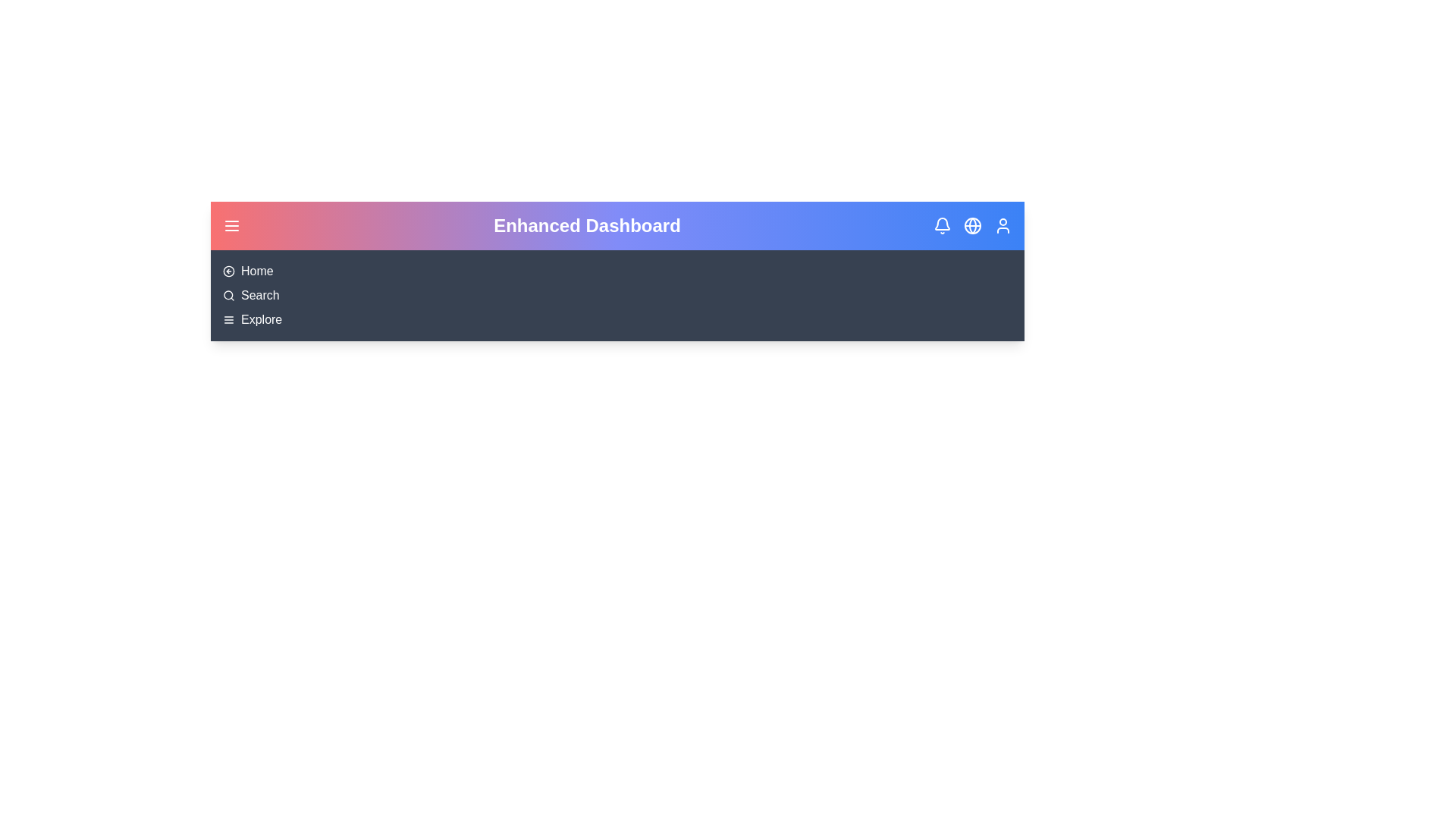 This screenshot has width=1456, height=819. I want to click on the 'Search' navigation item, so click(259, 295).